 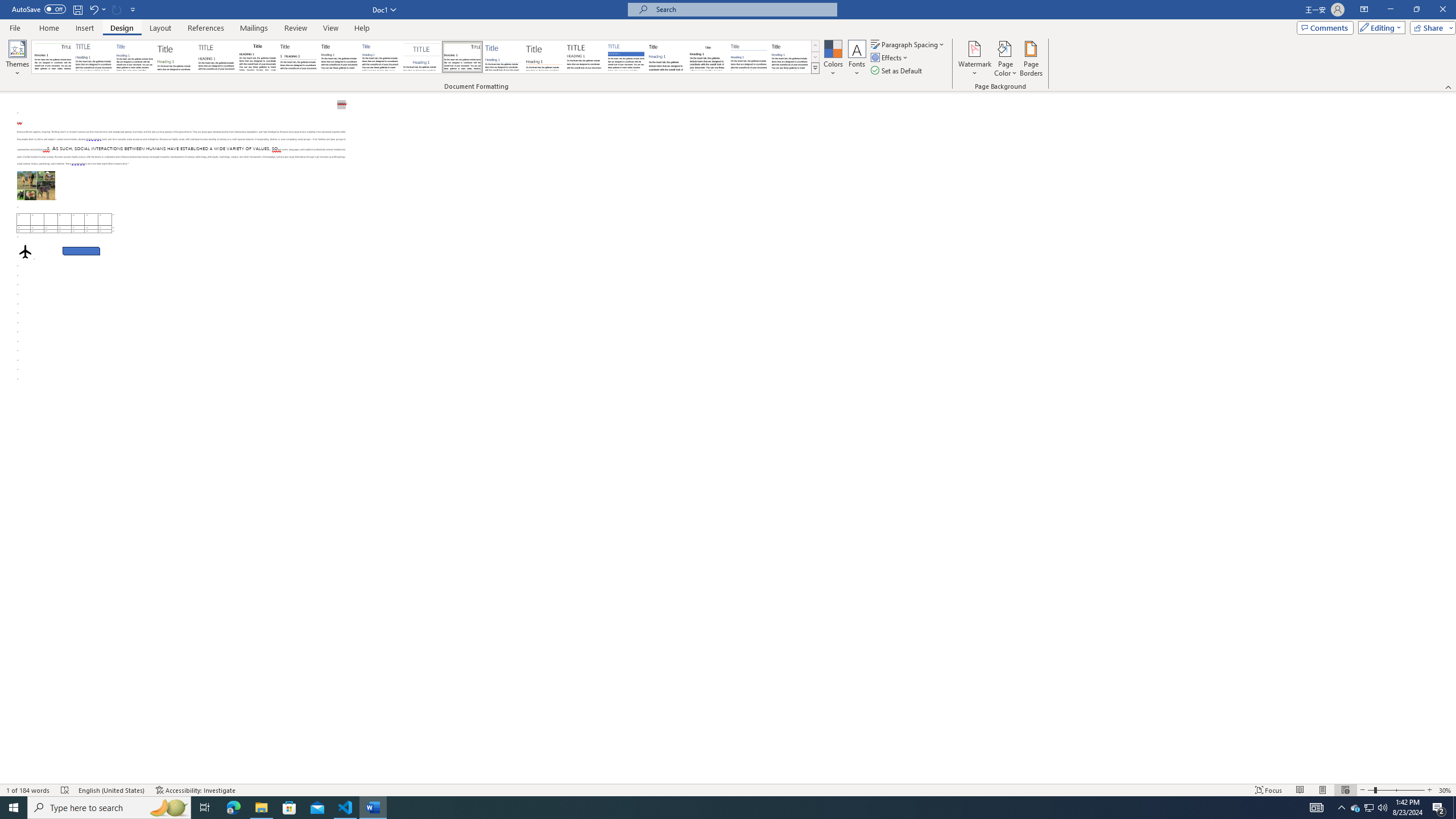 What do you see at coordinates (1031, 59) in the screenshot?
I see `'Page Borders...'` at bounding box center [1031, 59].